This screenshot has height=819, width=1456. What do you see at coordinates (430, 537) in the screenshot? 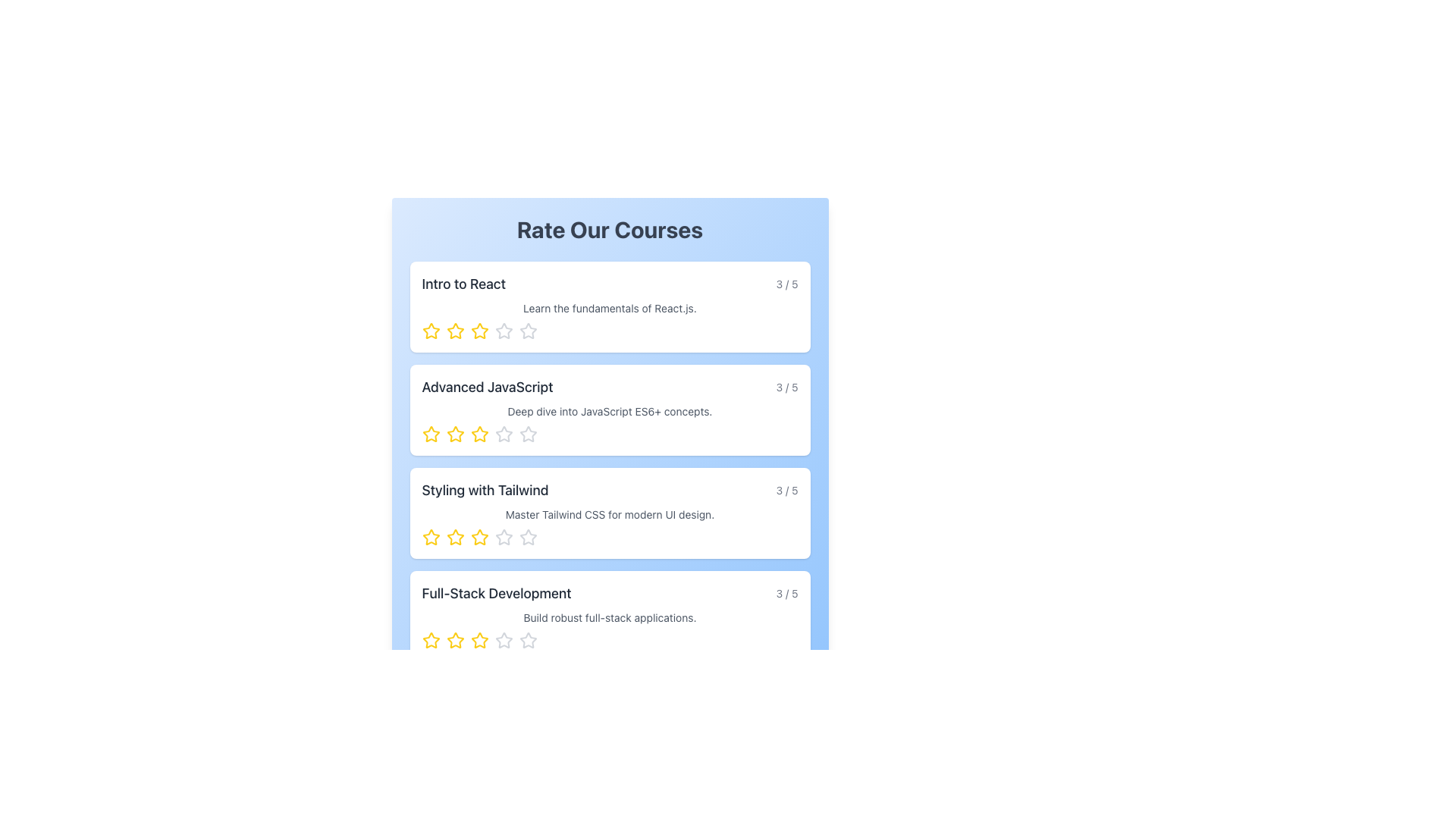
I see `the first rating star icon under the 'Styling with Tailwind' course section to assign a rating` at bounding box center [430, 537].